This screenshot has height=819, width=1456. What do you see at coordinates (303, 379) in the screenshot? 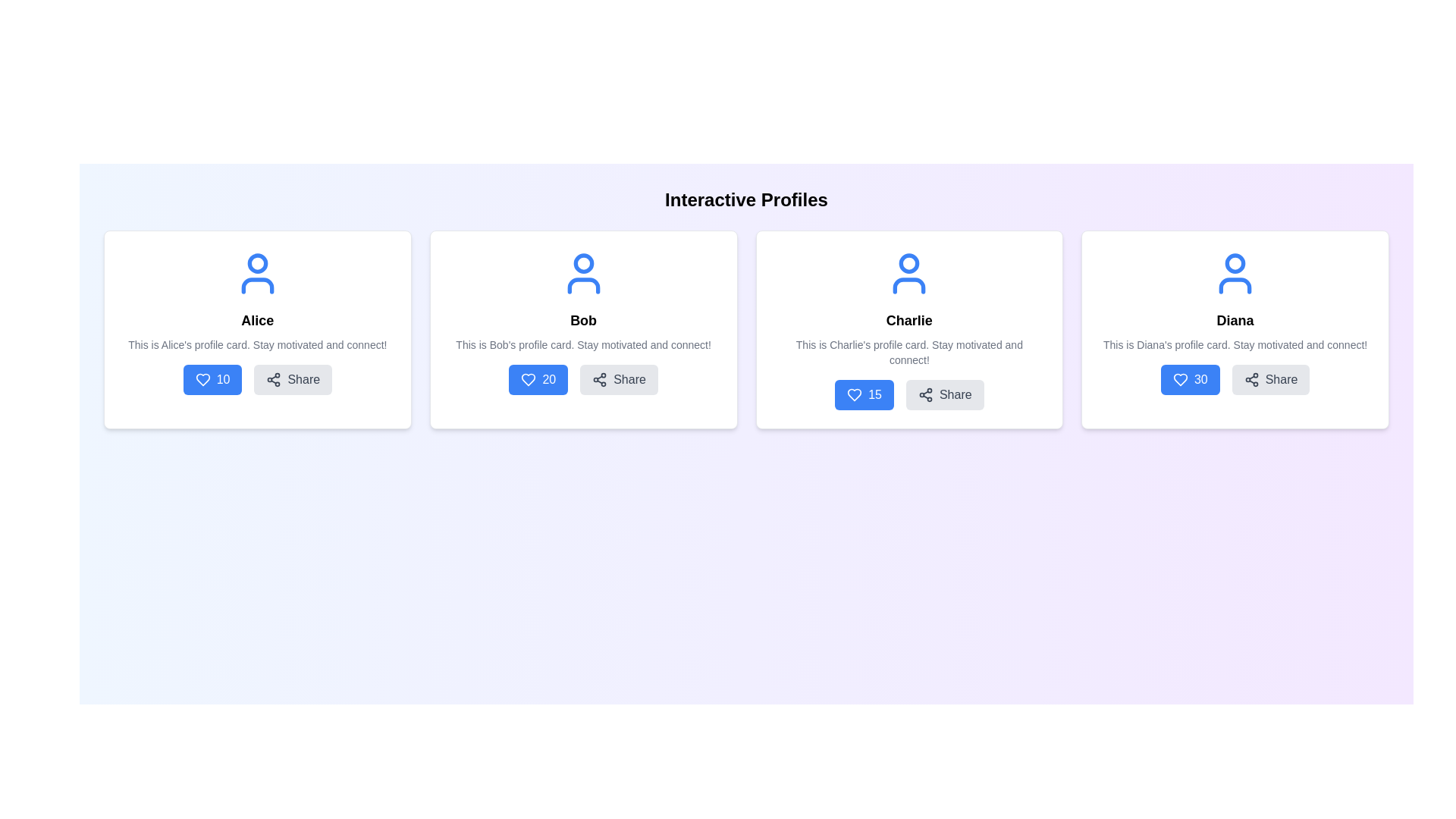
I see `the text label indicating sharing functionality located to the right of the icon within the button on Alice's profile card` at bounding box center [303, 379].